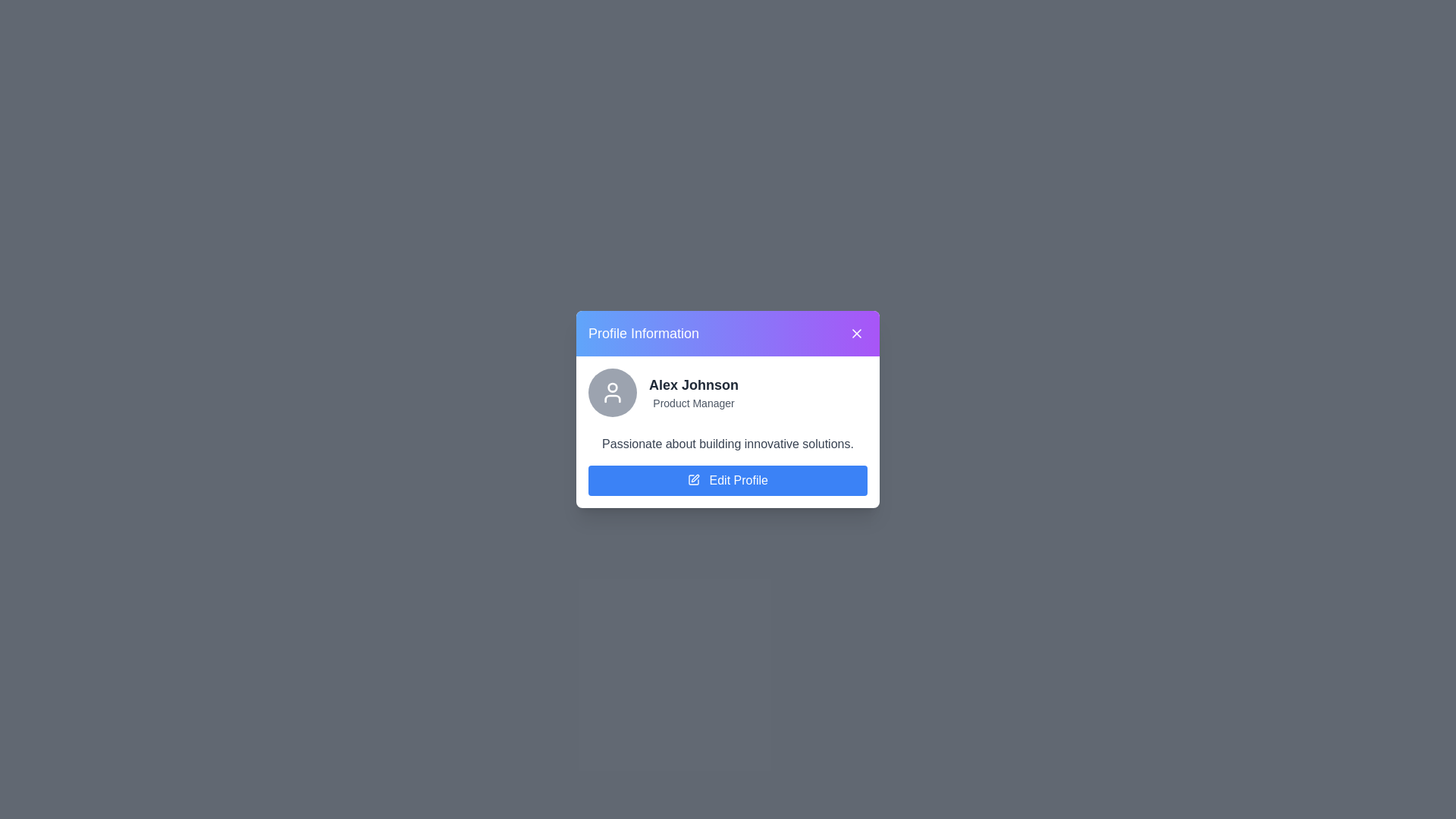 This screenshot has width=1456, height=819. I want to click on close button in the top-right corner of the dialog, so click(856, 332).